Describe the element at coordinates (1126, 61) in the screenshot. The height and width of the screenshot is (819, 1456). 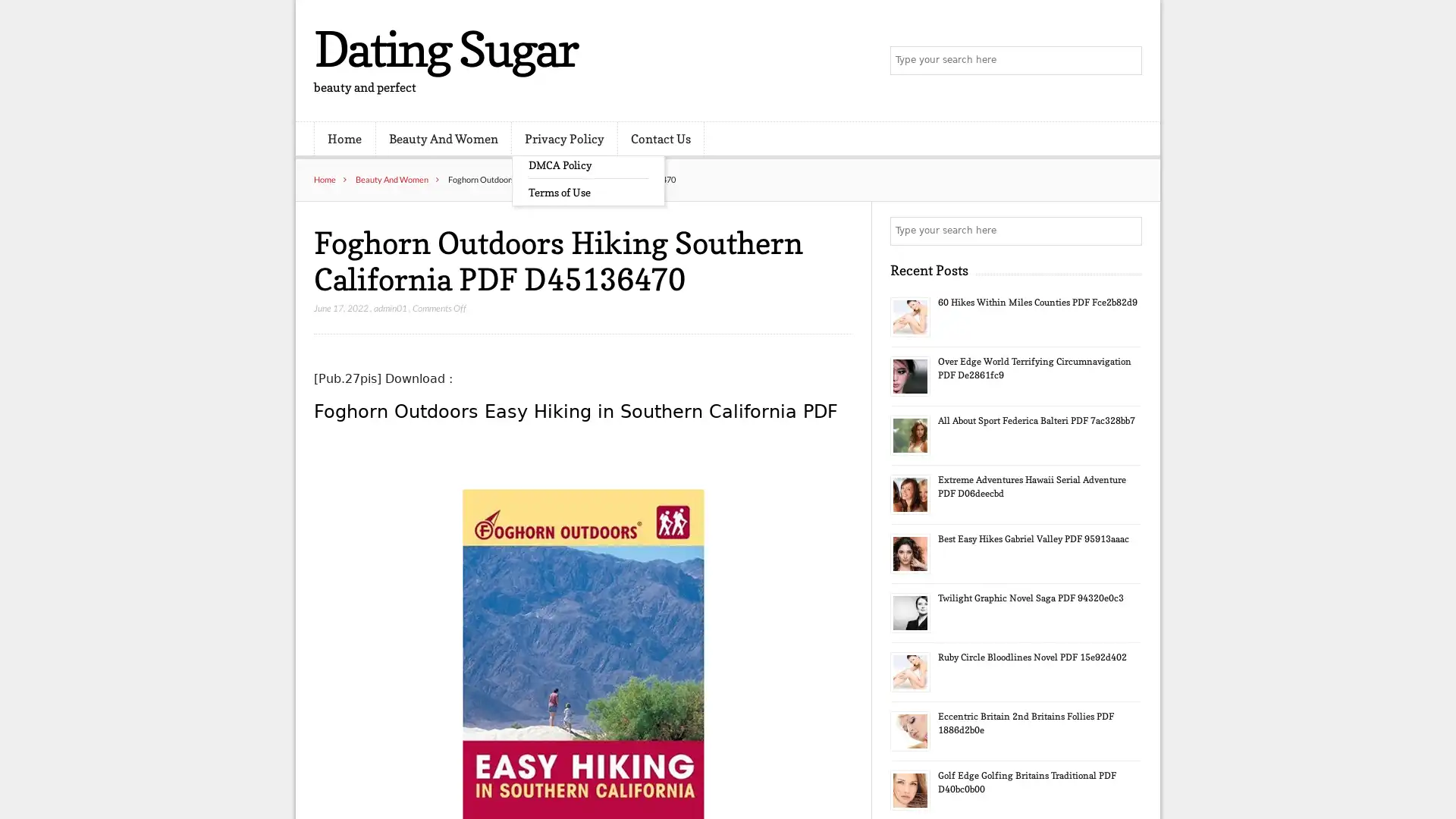
I see `Search` at that location.